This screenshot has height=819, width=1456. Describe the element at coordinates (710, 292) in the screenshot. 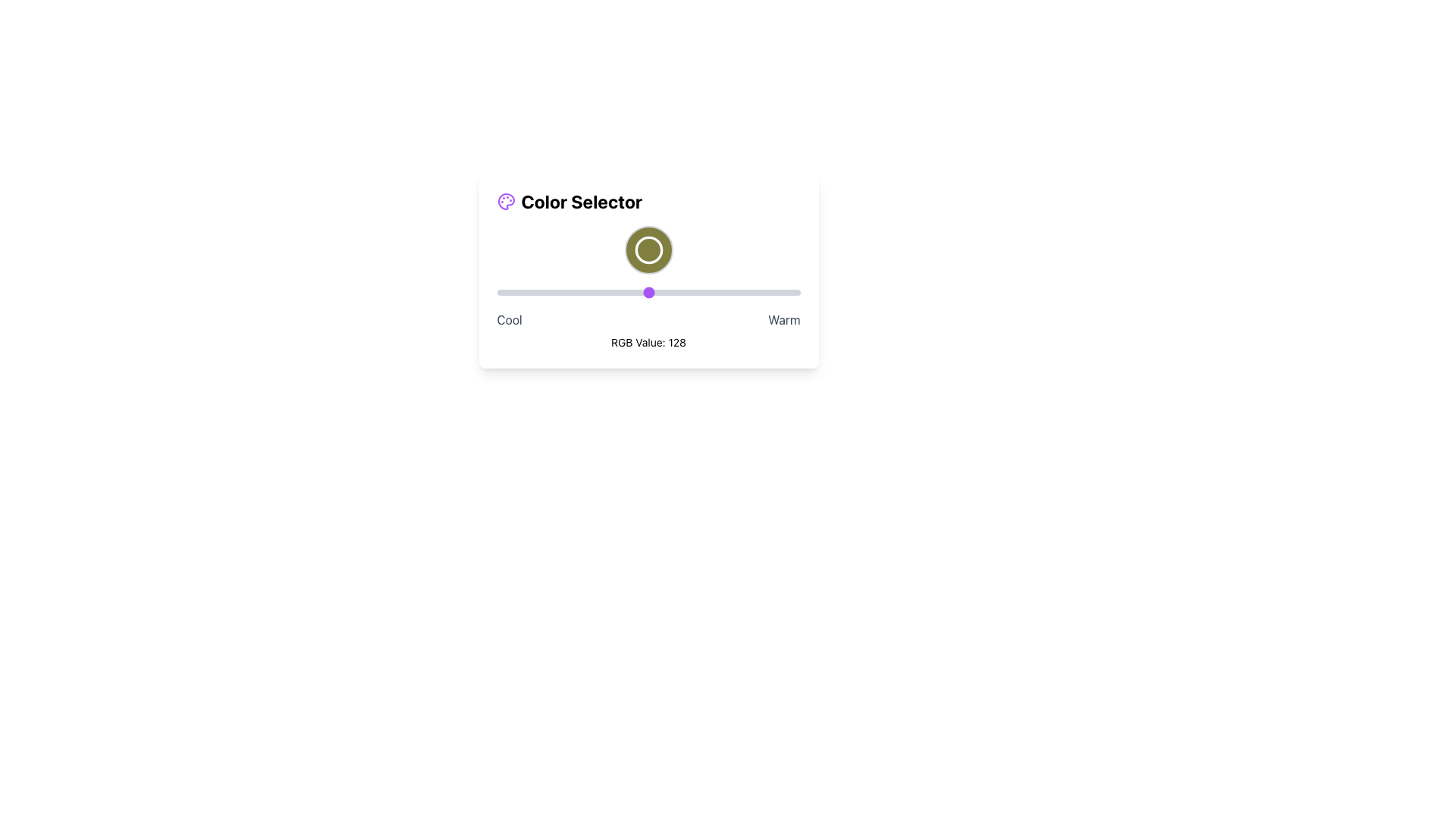

I see `the color selector` at that location.